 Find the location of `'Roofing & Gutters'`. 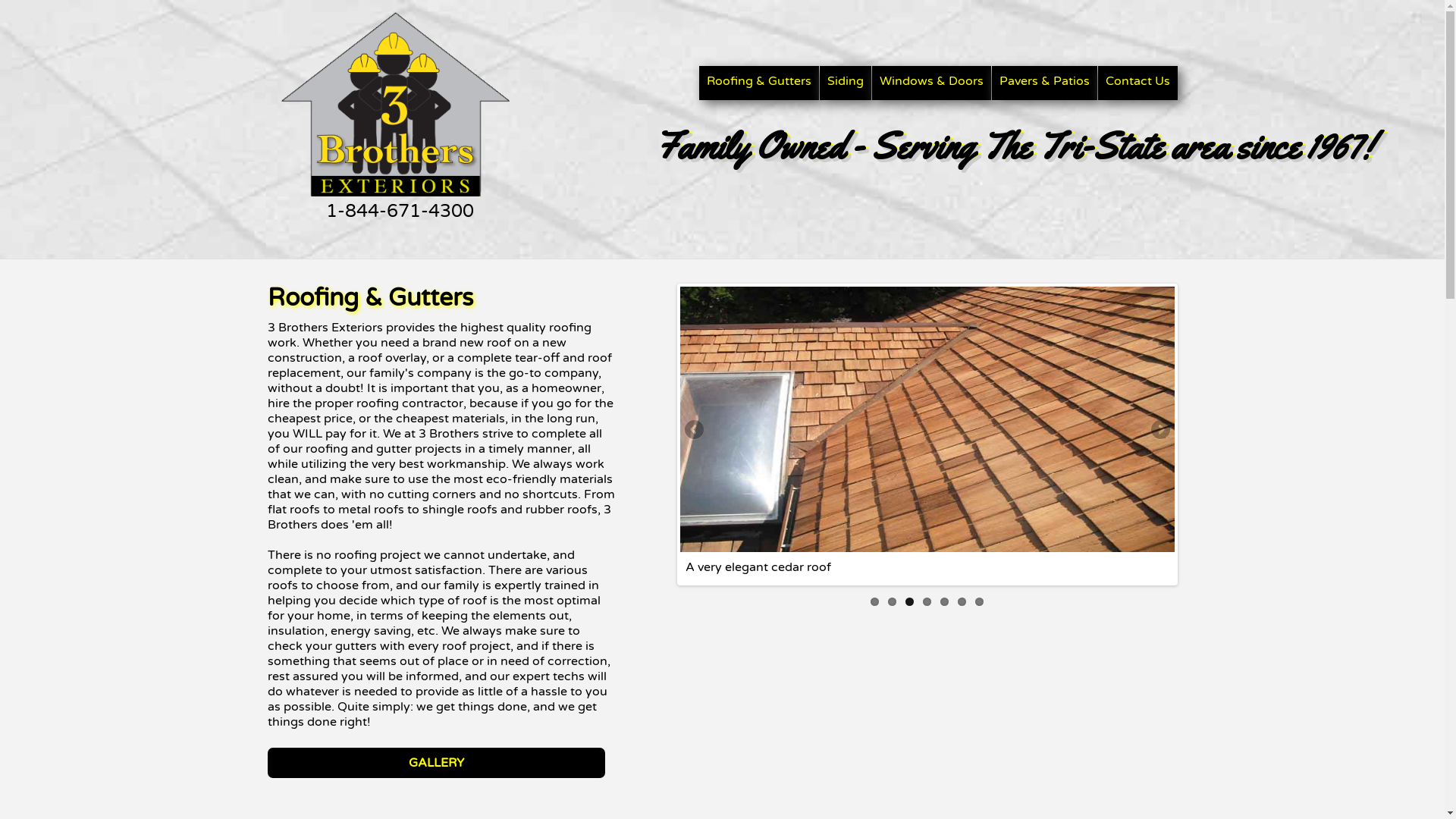

'Roofing & Gutters' is located at coordinates (759, 83).